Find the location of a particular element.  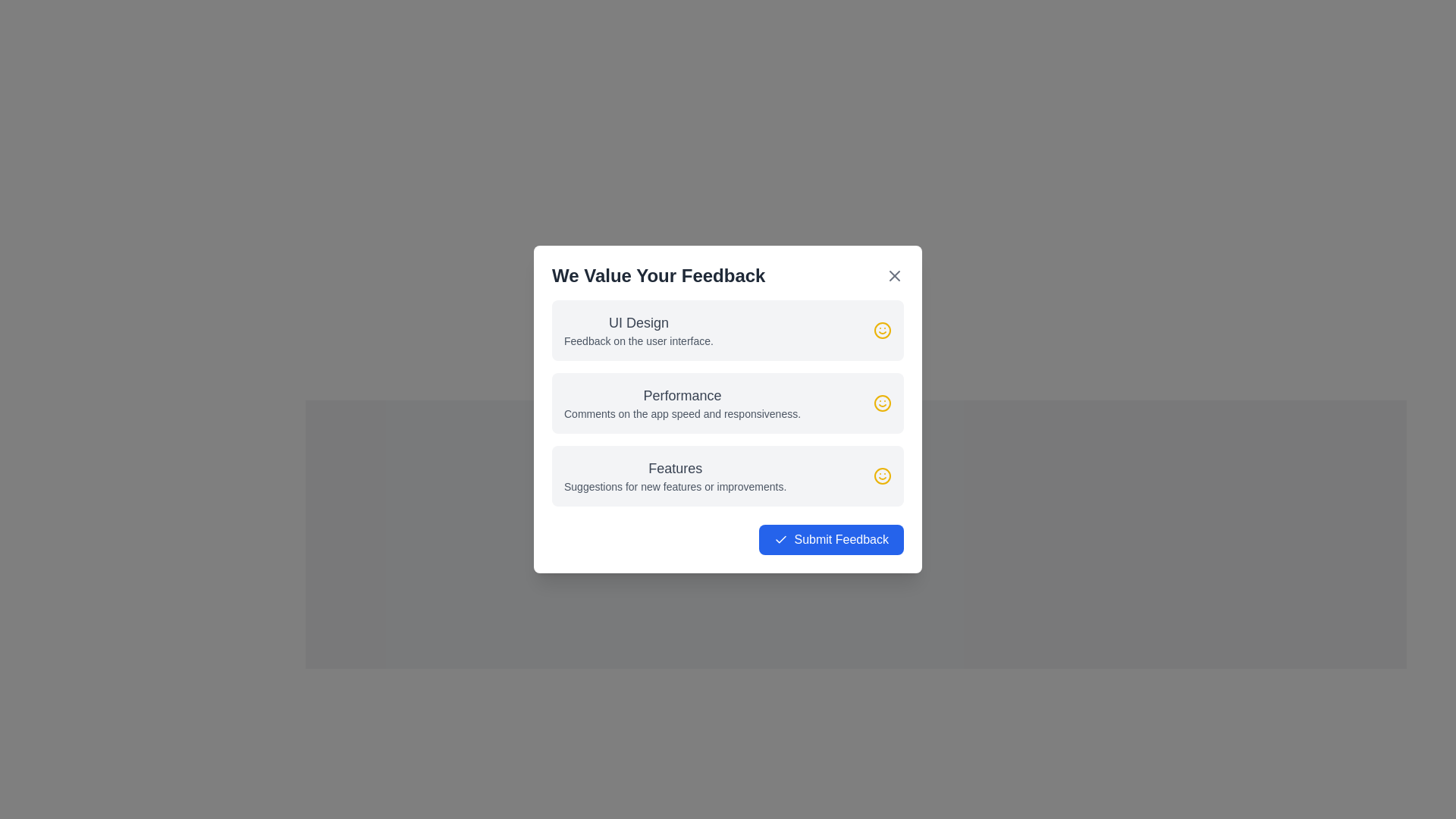

the Text label that provides context for the 'Performance' section in the user feedback form, located under the 'Performance' heading is located at coordinates (682, 414).